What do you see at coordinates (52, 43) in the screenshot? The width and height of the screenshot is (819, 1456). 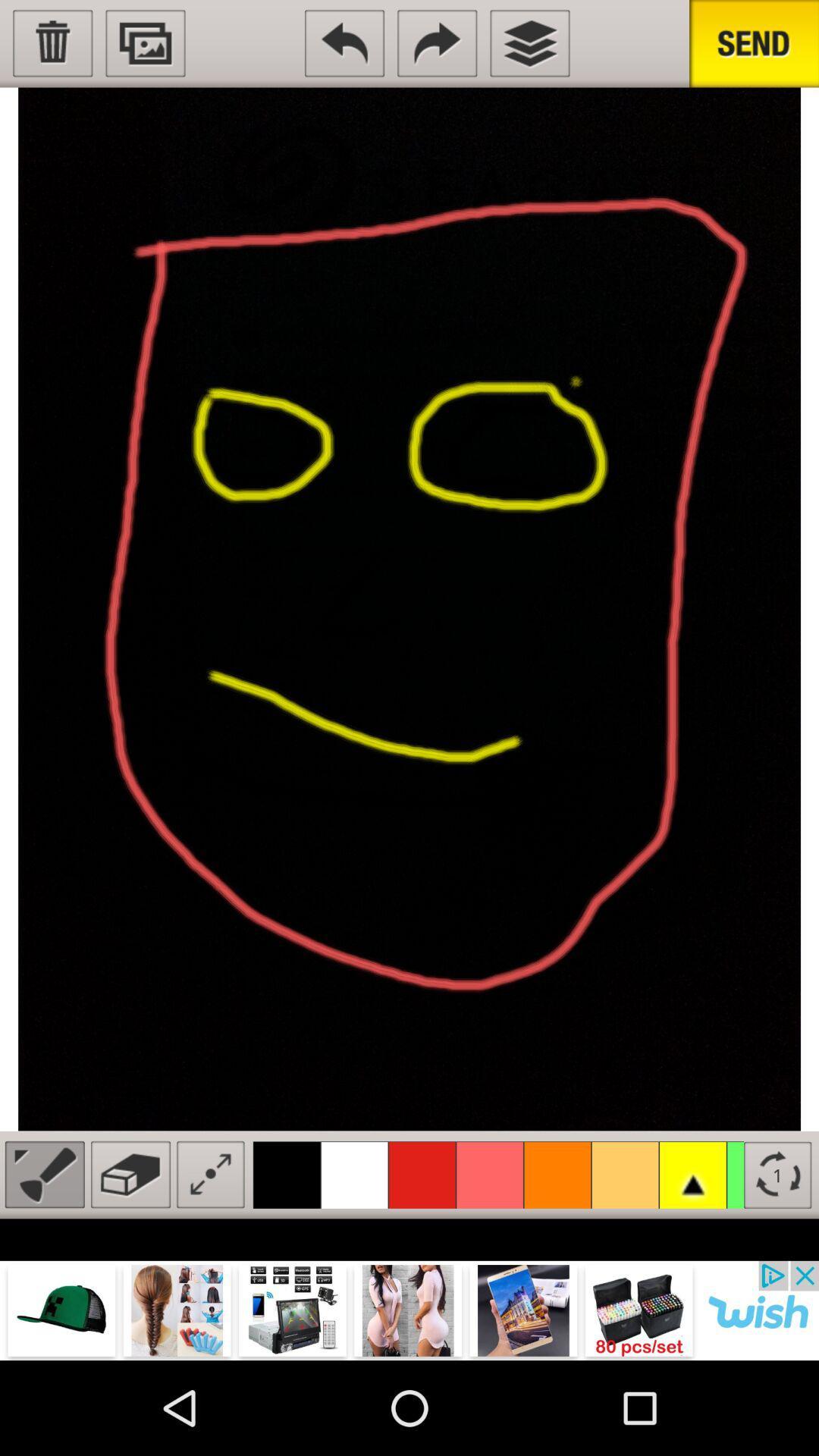 I see `delete the picture` at bounding box center [52, 43].